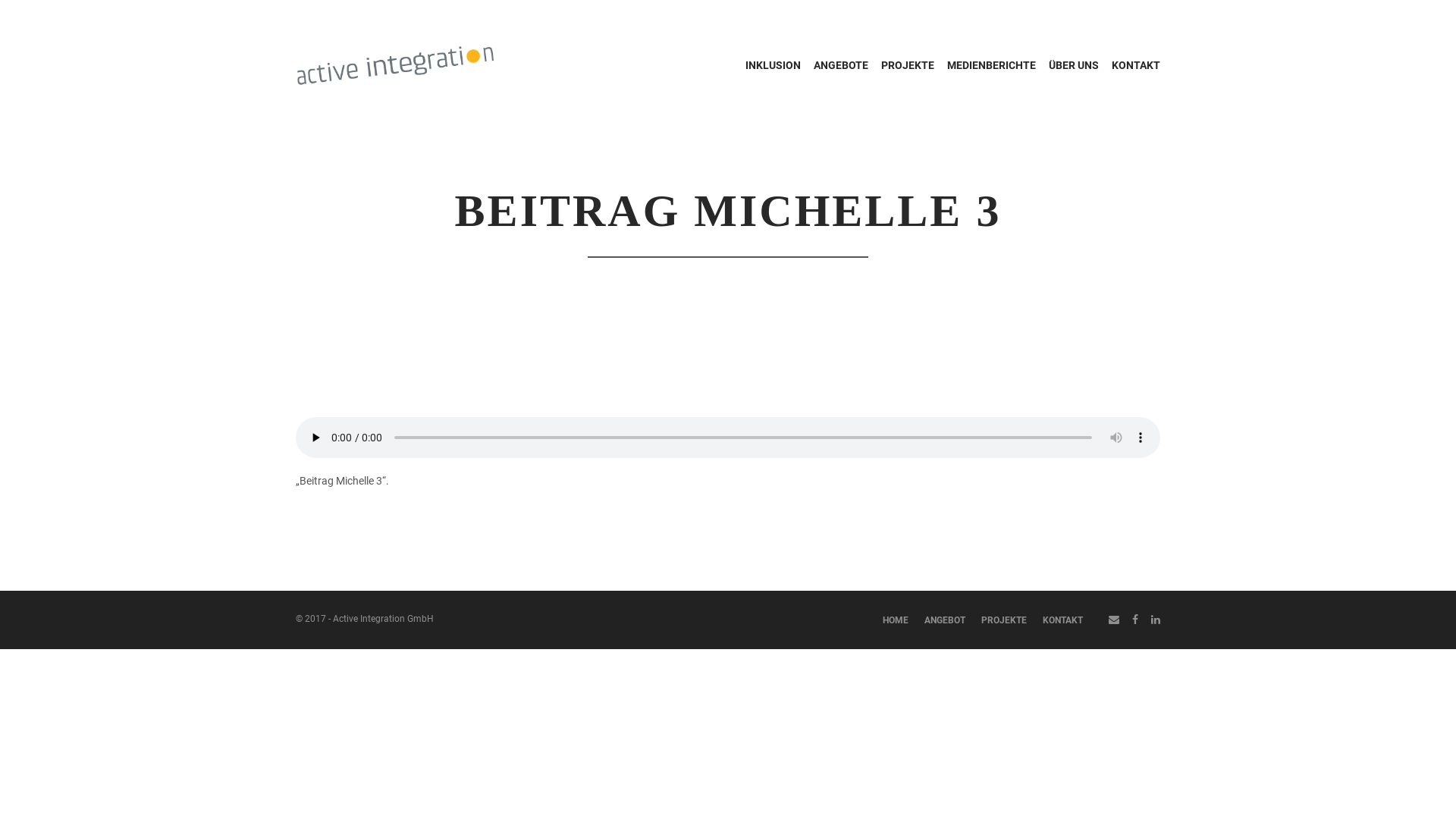 The image size is (1456, 819). What do you see at coordinates (1135, 64) in the screenshot?
I see `'KONTAKT'` at bounding box center [1135, 64].